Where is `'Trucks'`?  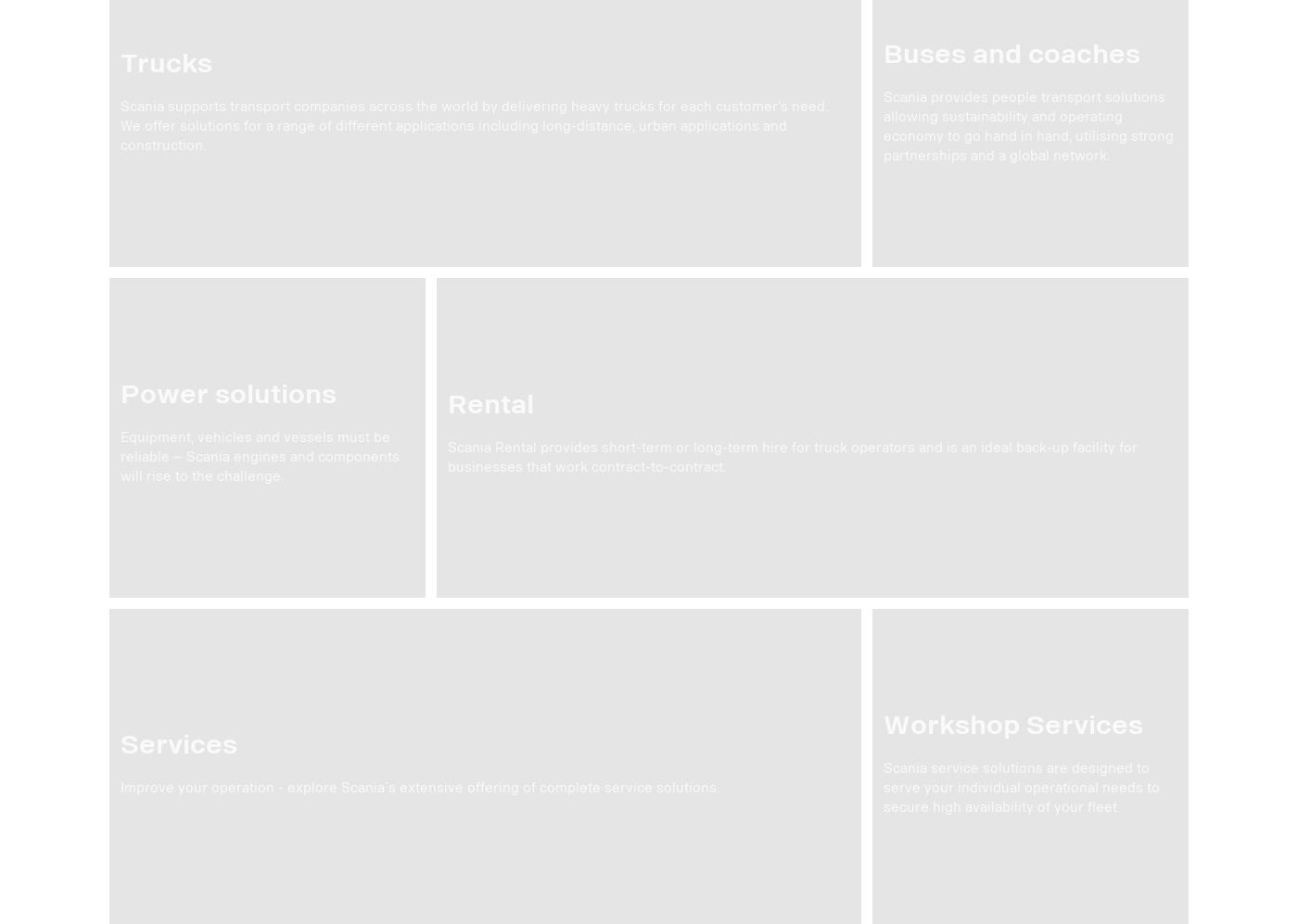 'Trucks' is located at coordinates (166, 62).